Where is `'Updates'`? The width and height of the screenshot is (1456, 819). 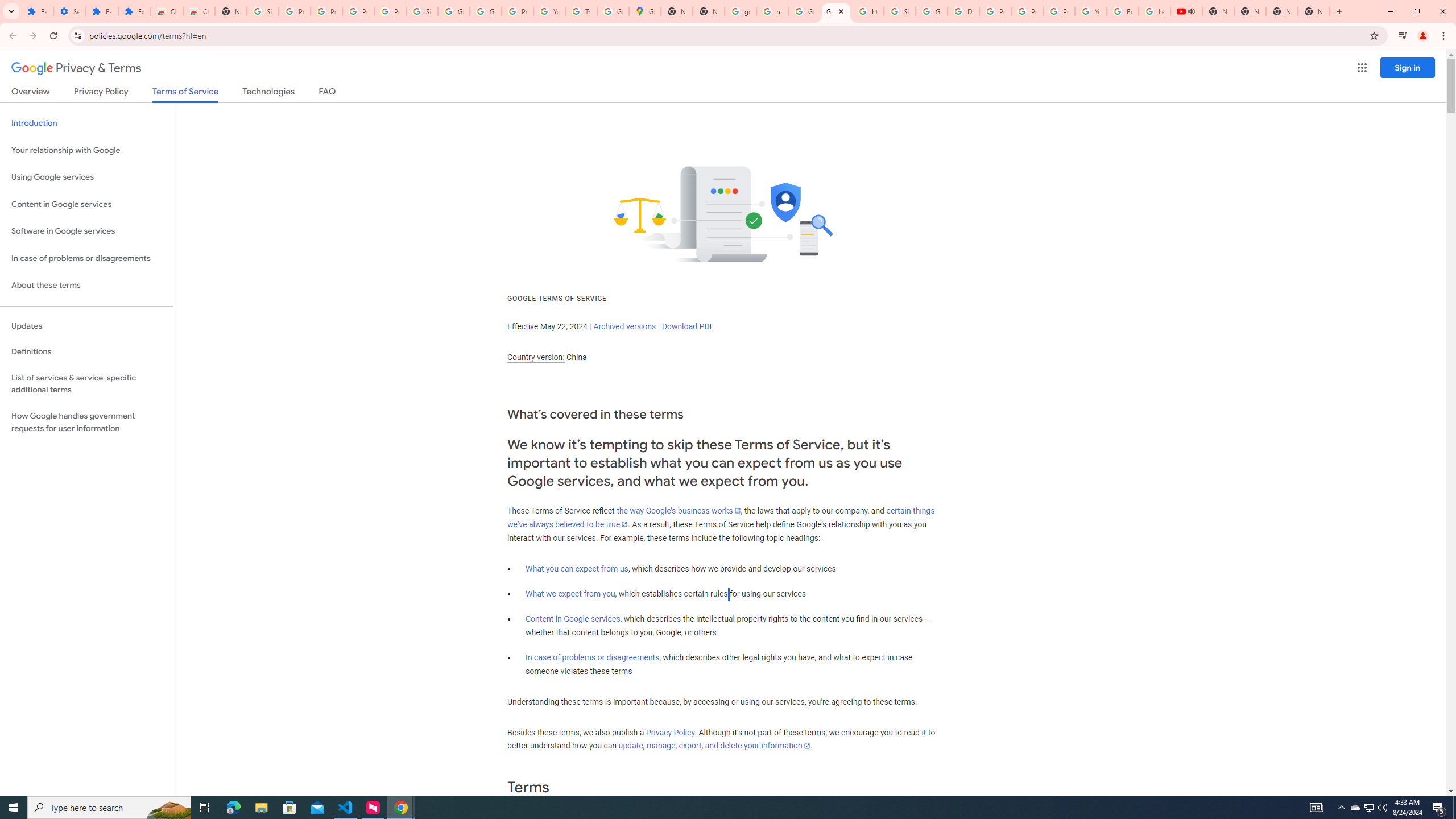 'Updates' is located at coordinates (86, 325).